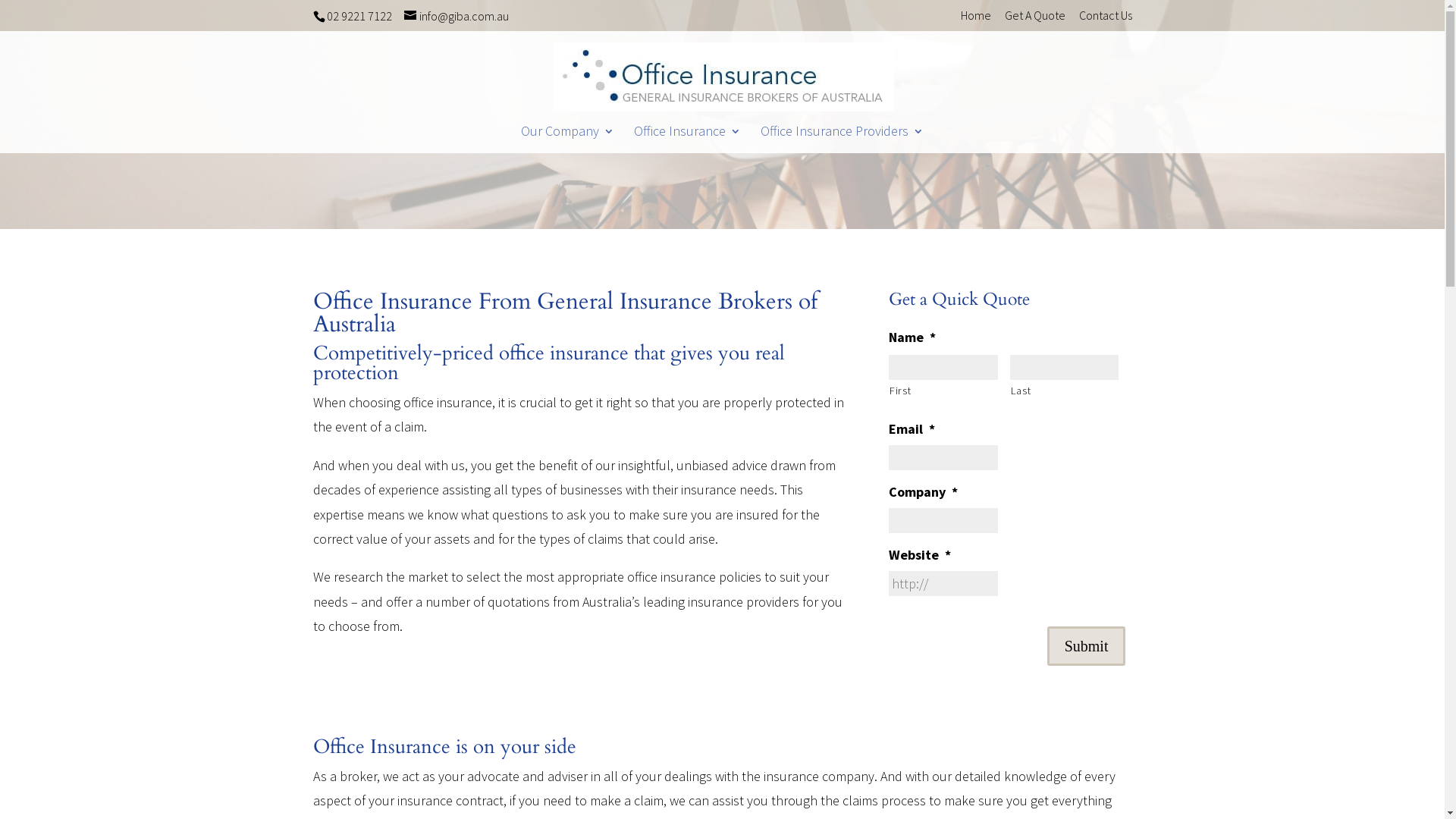 This screenshot has width=1456, height=819. I want to click on 'Home', so click(975, 20).